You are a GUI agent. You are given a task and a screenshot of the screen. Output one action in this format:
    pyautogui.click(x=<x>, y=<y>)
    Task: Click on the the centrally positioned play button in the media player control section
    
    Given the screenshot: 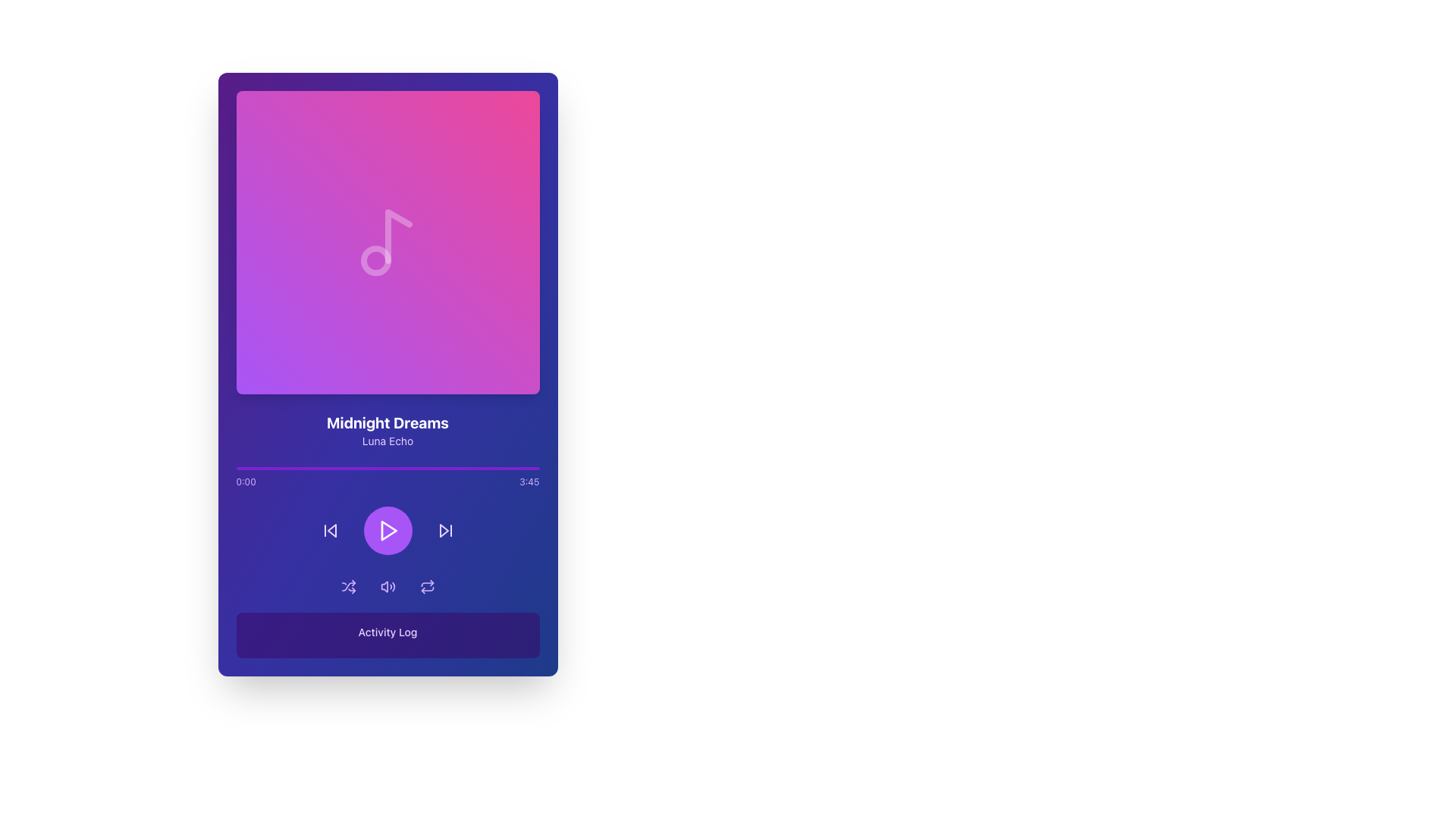 What is the action you would take?
    pyautogui.click(x=388, y=529)
    